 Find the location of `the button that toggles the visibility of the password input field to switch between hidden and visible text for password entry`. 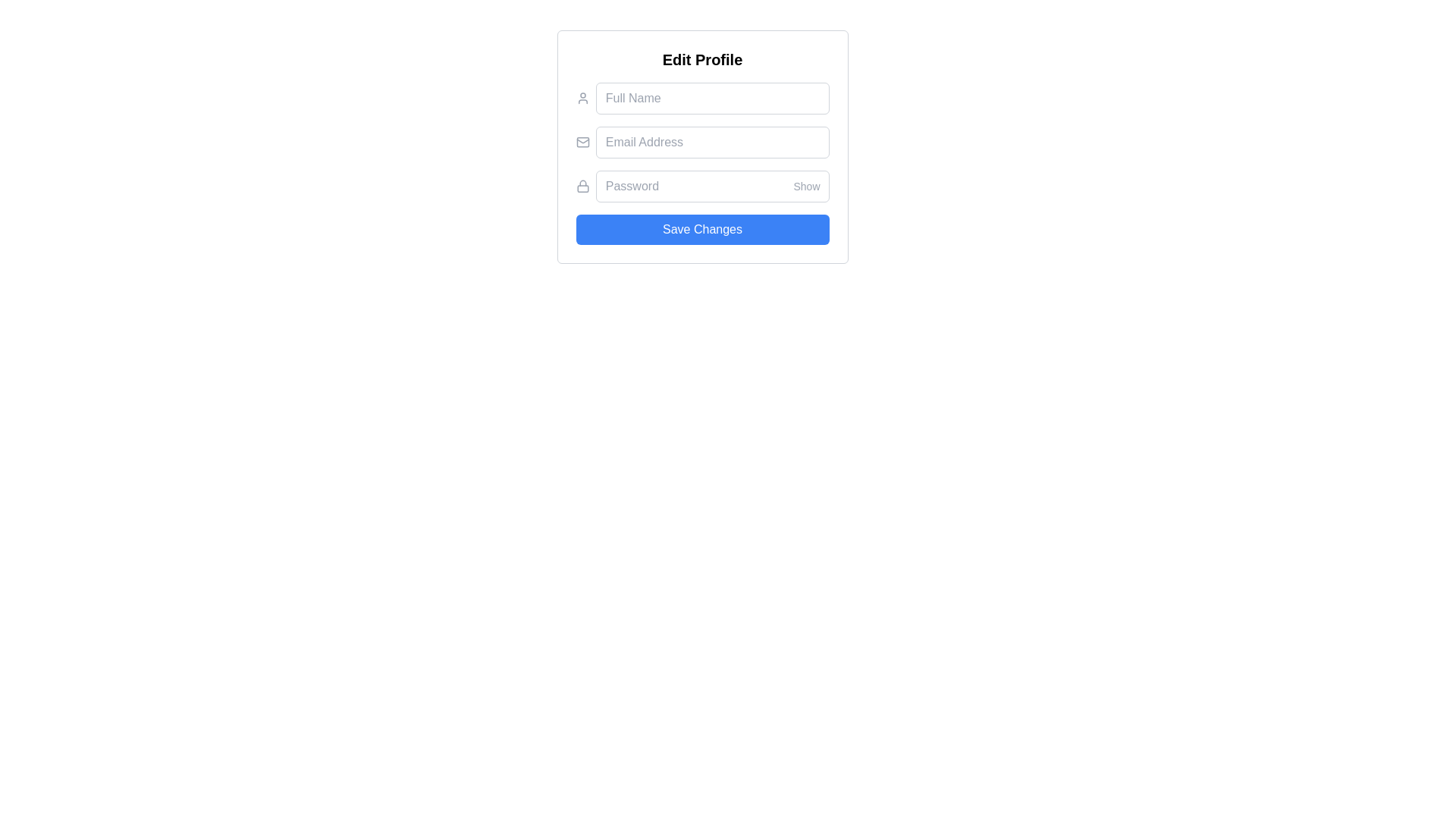

the button that toggles the visibility of the password input field to switch between hidden and visible text for password entry is located at coordinates (806, 186).